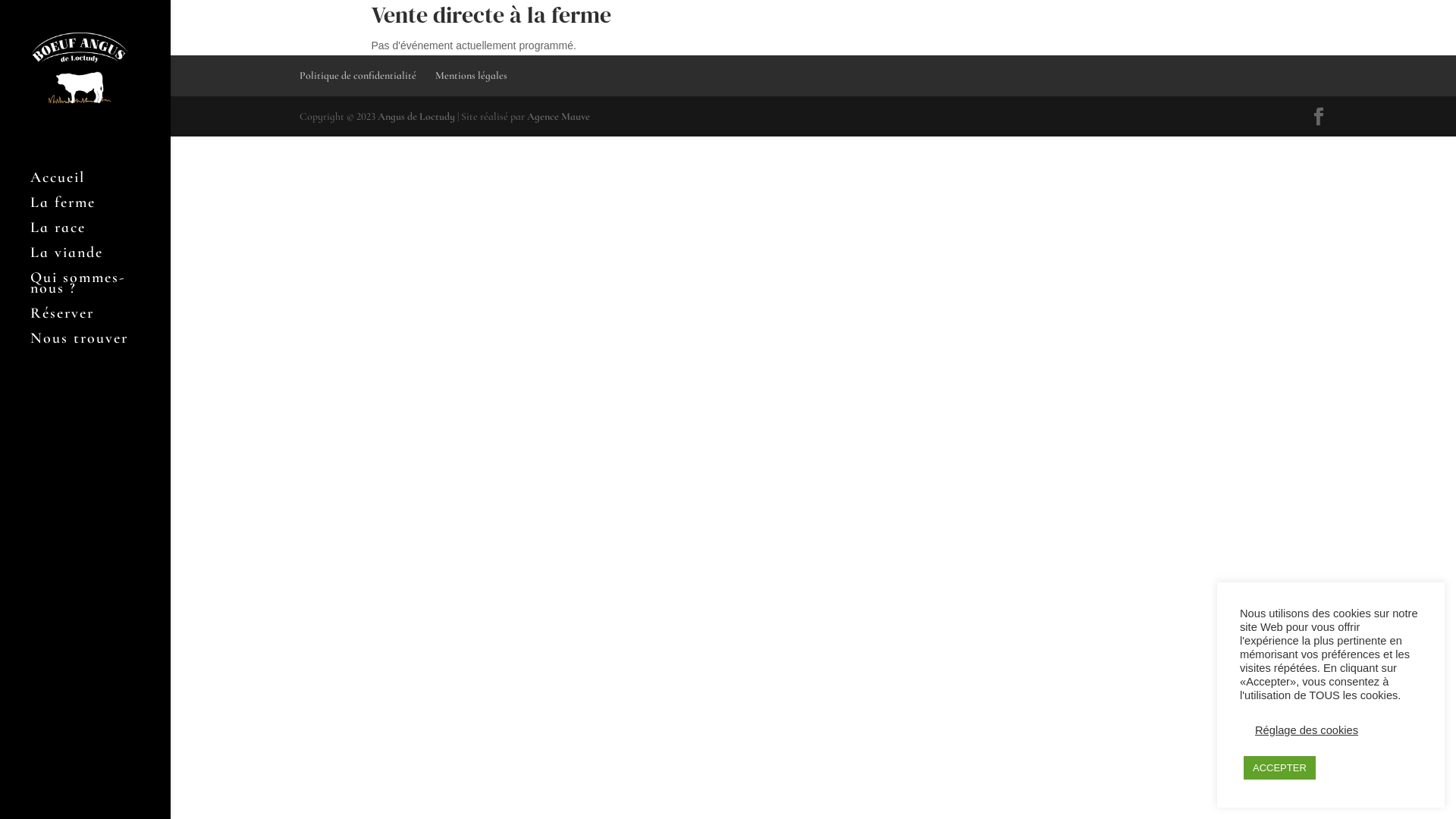  I want to click on 'La race', so click(99, 234).